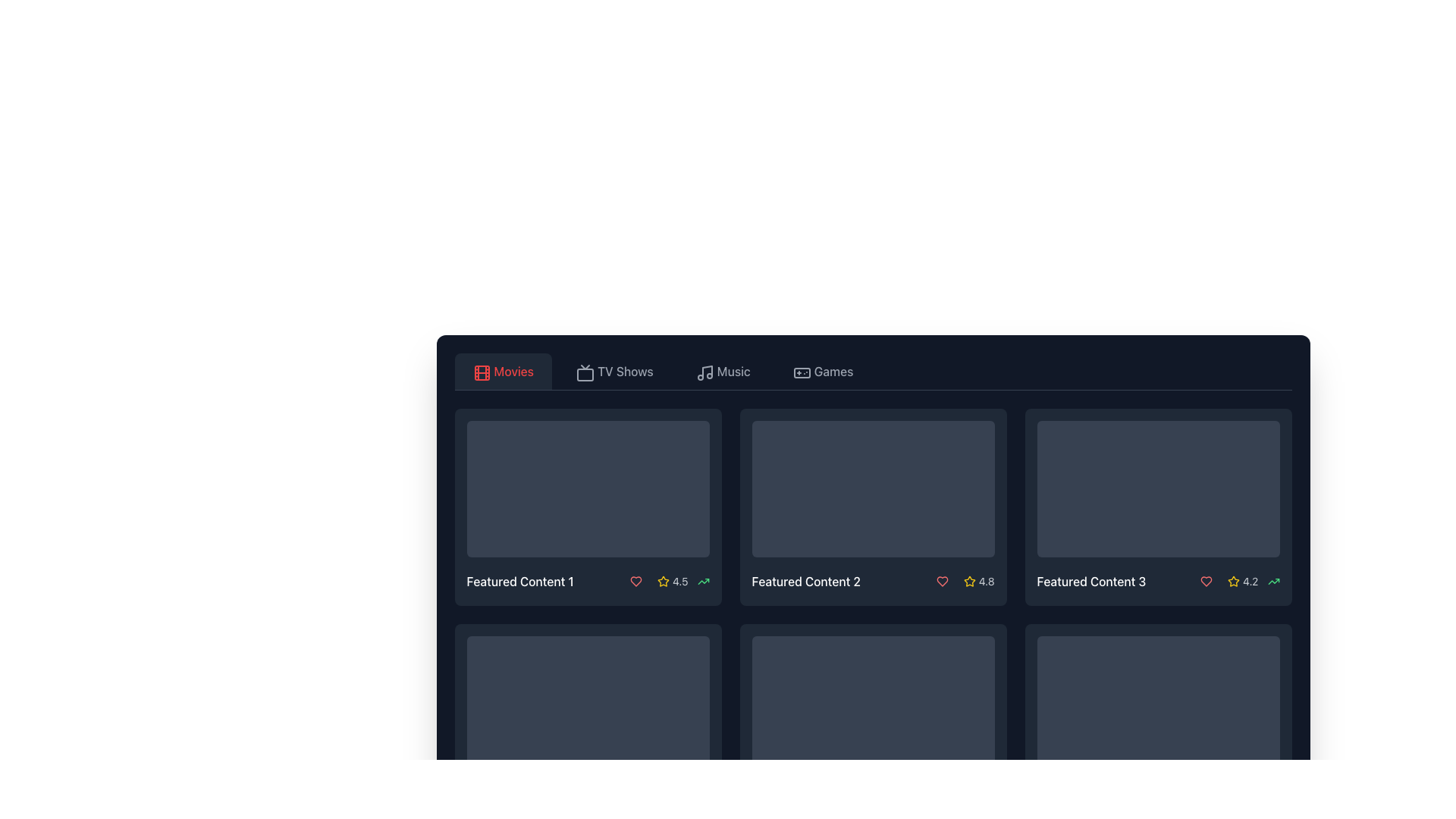 The image size is (1456, 819). Describe the element at coordinates (1234, 580) in the screenshot. I see `the star-shaped icon rendered in SVG, which is yellow and part of the rating system, located at the bottom right of the 'Featured Content 3' card` at that location.